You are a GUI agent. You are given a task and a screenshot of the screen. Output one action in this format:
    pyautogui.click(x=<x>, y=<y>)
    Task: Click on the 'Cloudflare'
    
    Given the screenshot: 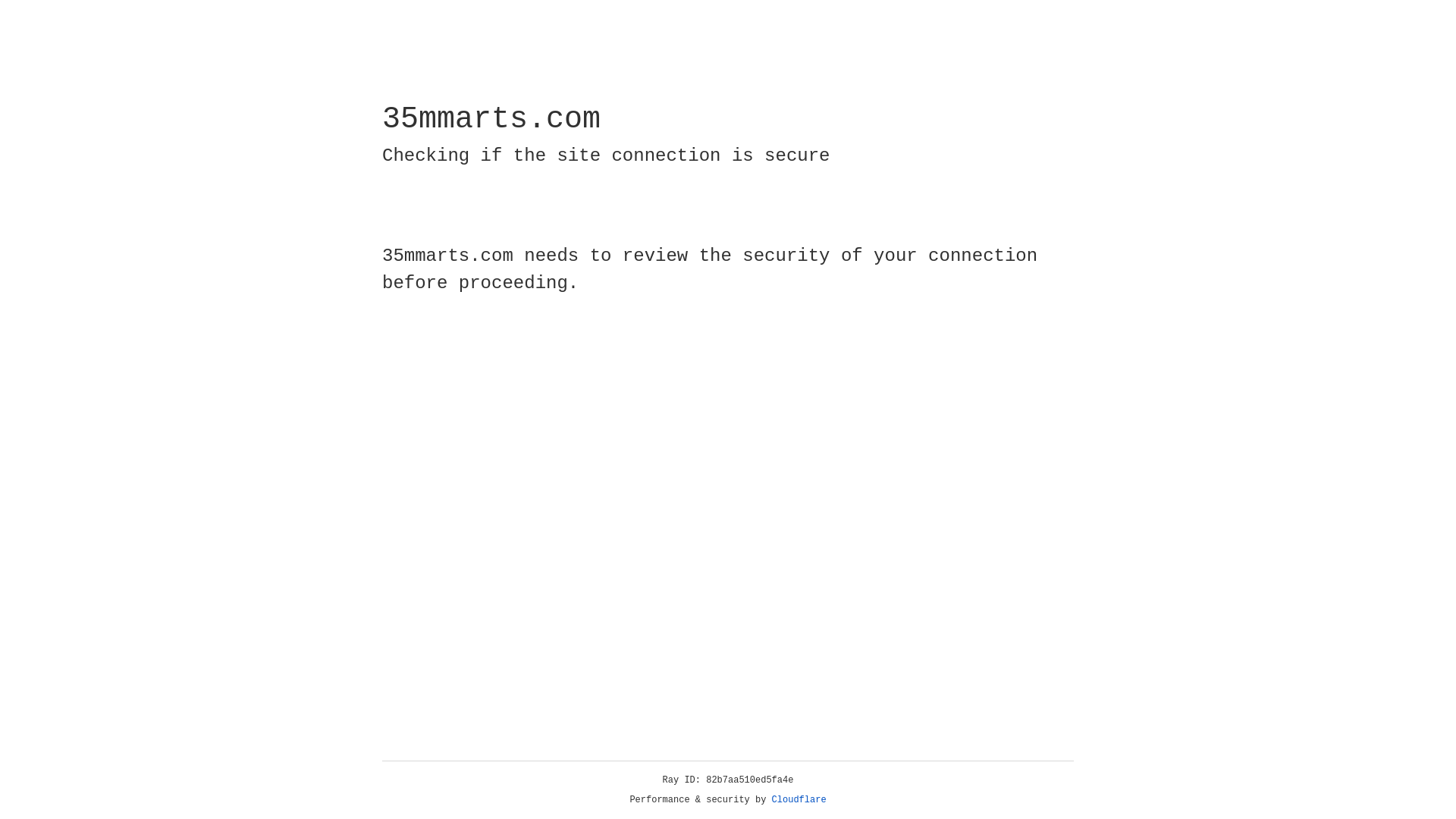 What is the action you would take?
    pyautogui.click(x=799, y=799)
    